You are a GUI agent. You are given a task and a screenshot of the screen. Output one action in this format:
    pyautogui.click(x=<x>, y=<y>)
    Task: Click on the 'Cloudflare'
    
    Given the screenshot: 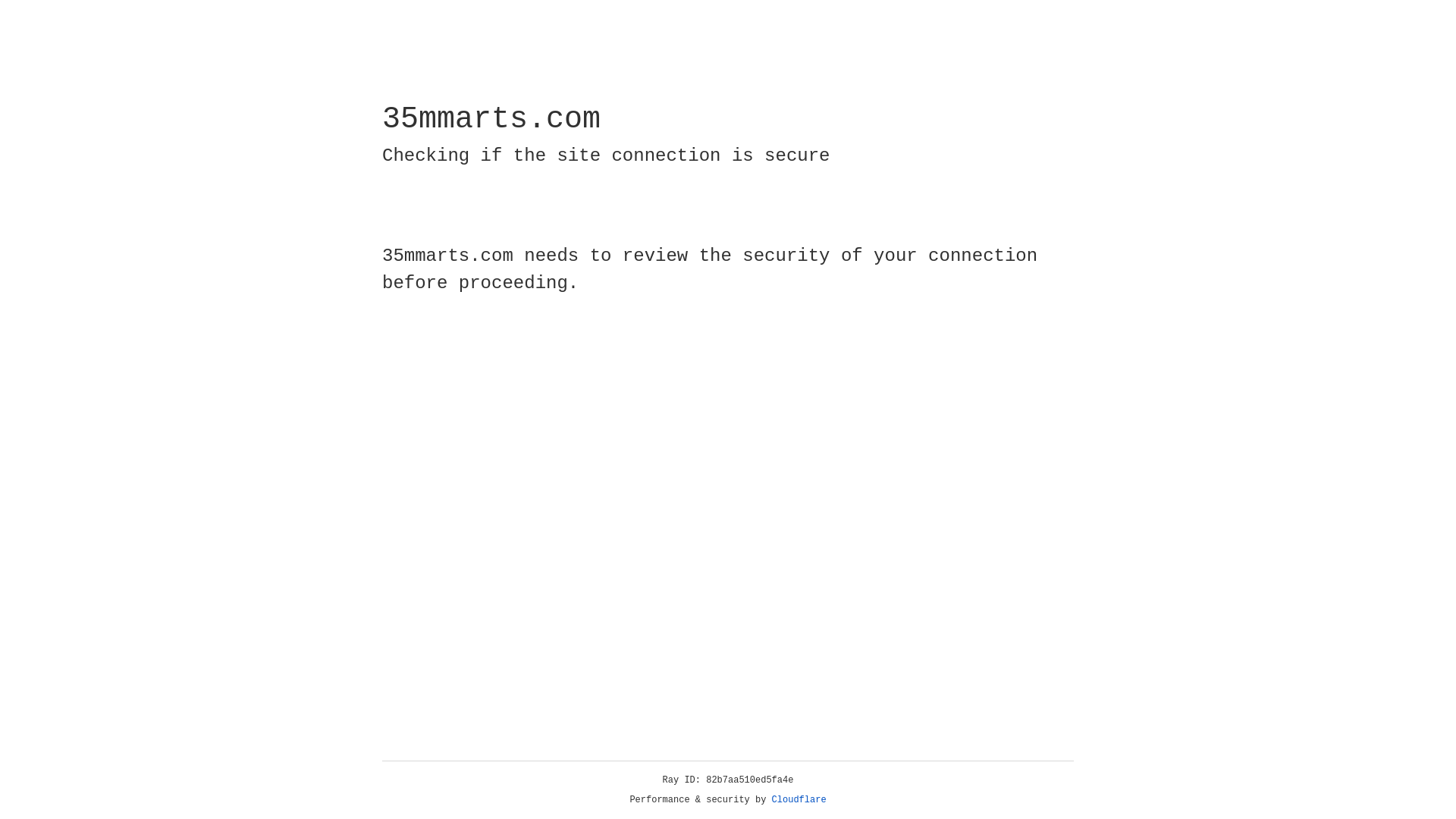 What is the action you would take?
    pyautogui.click(x=799, y=799)
    